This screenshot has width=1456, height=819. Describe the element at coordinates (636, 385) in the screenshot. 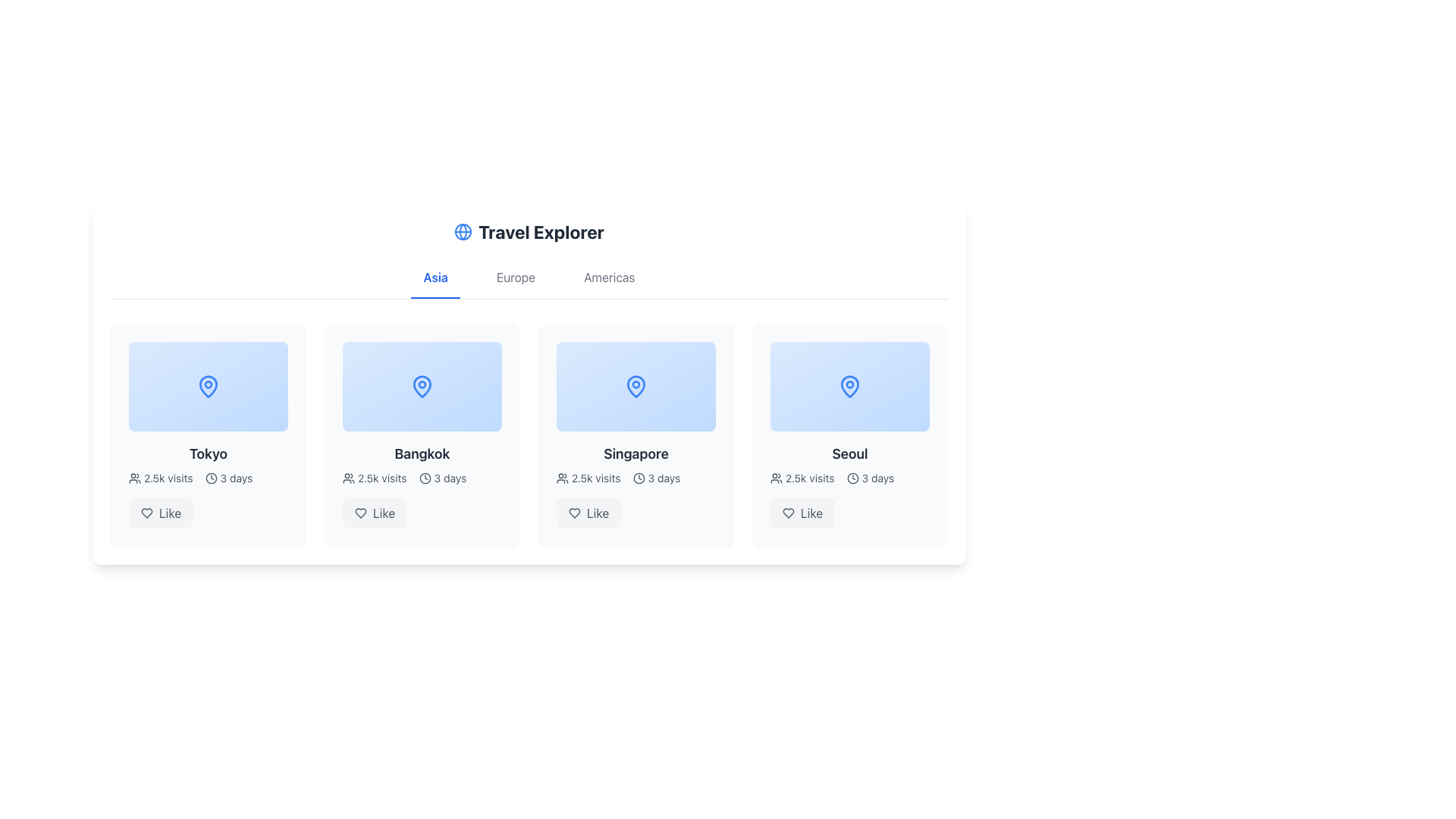

I see `the Graphical location tile labeled 'Singapore', which features a central map pin icon and a gradient background` at that location.